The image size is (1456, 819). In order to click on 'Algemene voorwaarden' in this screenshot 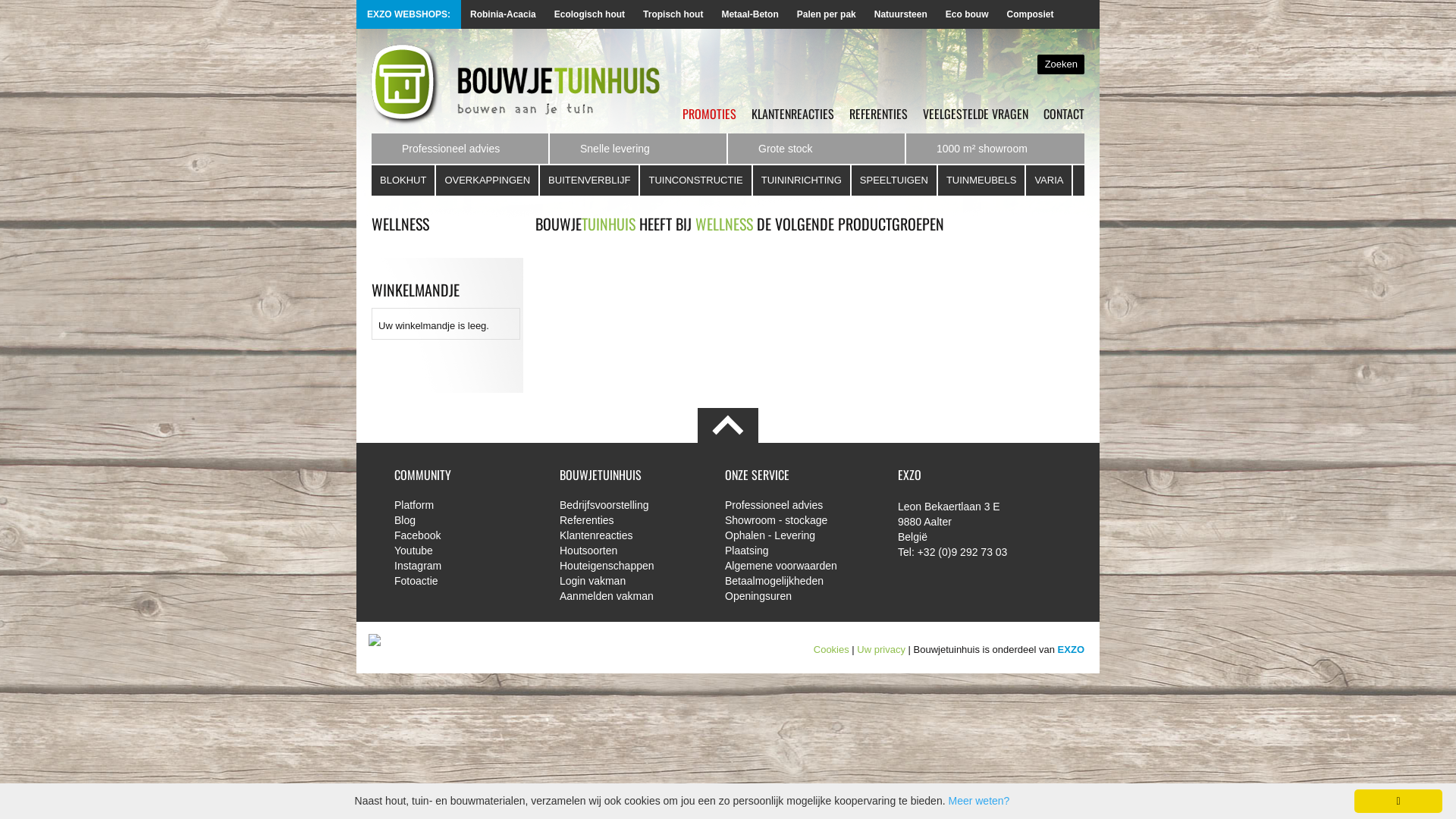, I will do `click(795, 565)`.